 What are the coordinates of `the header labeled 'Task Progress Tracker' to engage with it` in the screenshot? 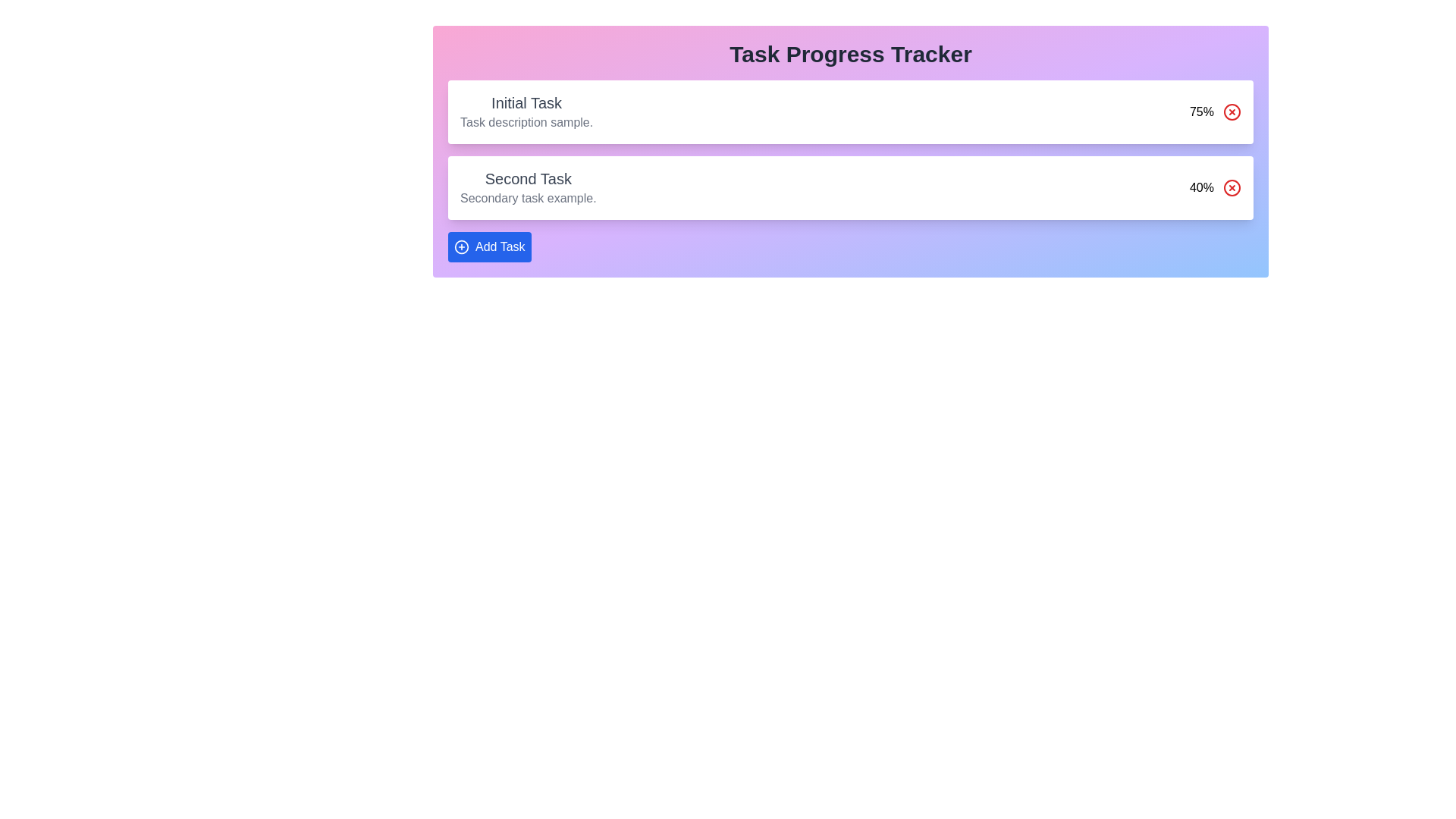 It's located at (851, 54).